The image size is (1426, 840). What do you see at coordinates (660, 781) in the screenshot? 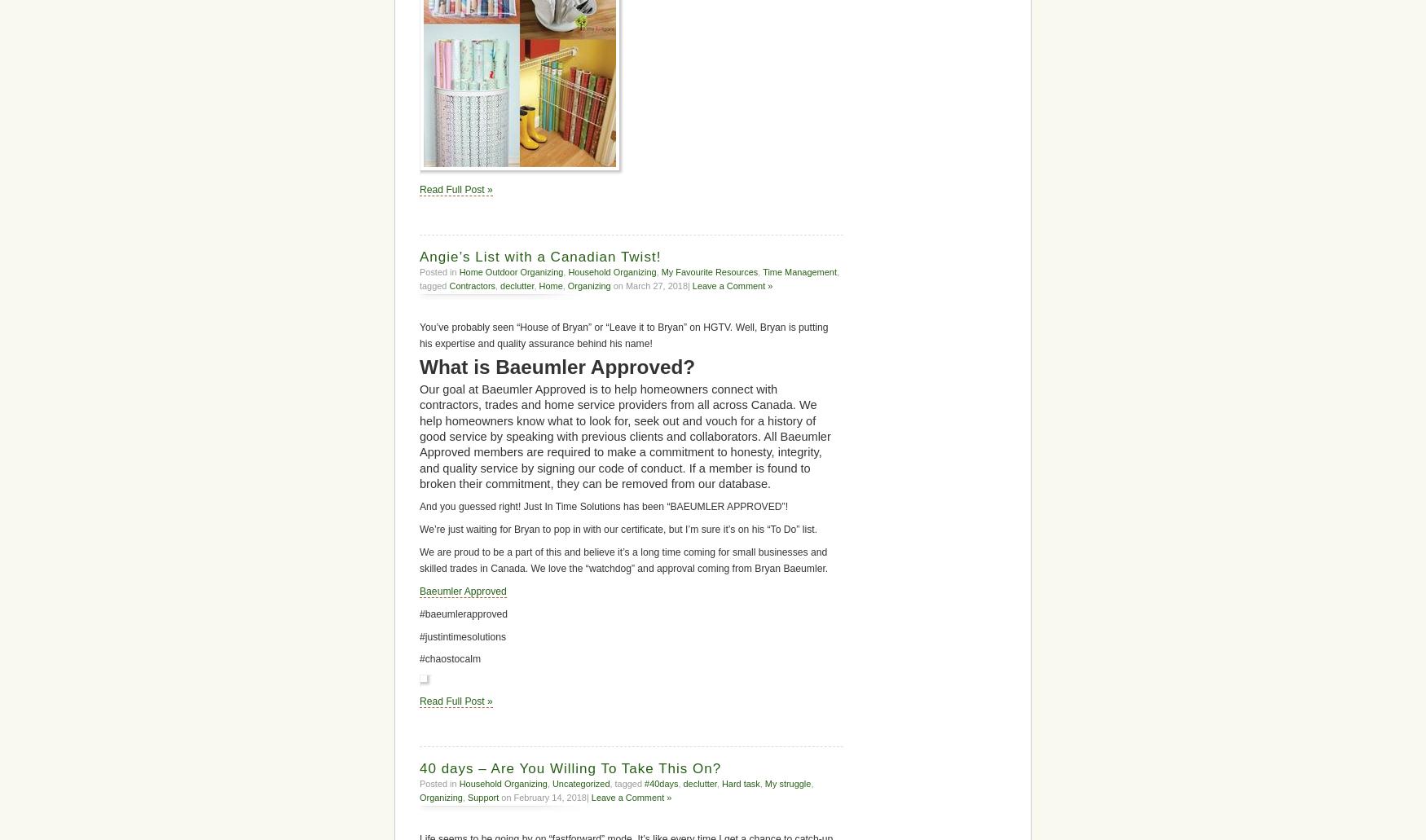
I see `'#40days'` at bounding box center [660, 781].